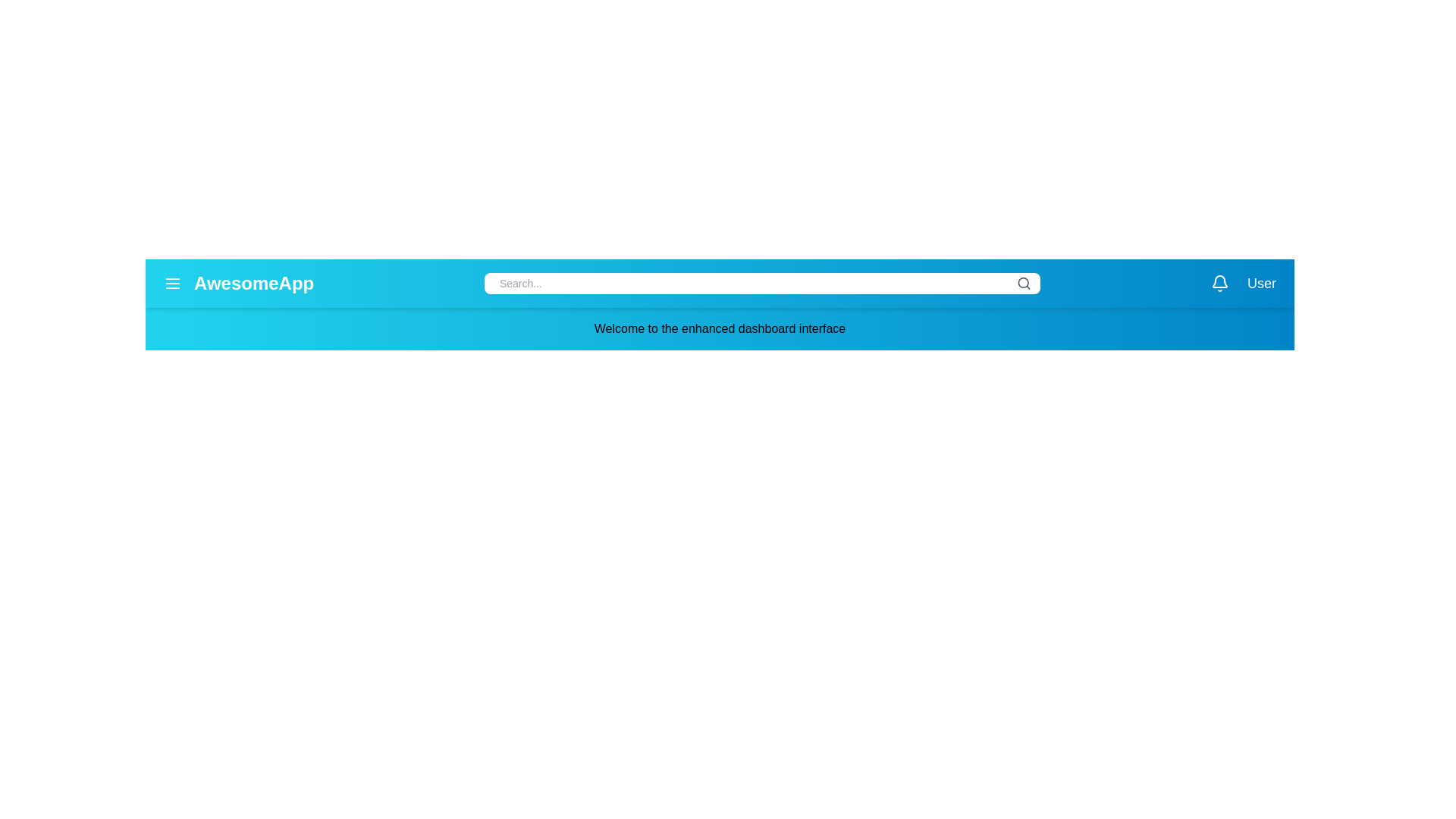 Image resolution: width=1456 pixels, height=819 pixels. What do you see at coordinates (238, 284) in the screenshot?
I see `the bold, white-colored text label displaying 'AwesomeApp'` at bounding box center [238, 284].